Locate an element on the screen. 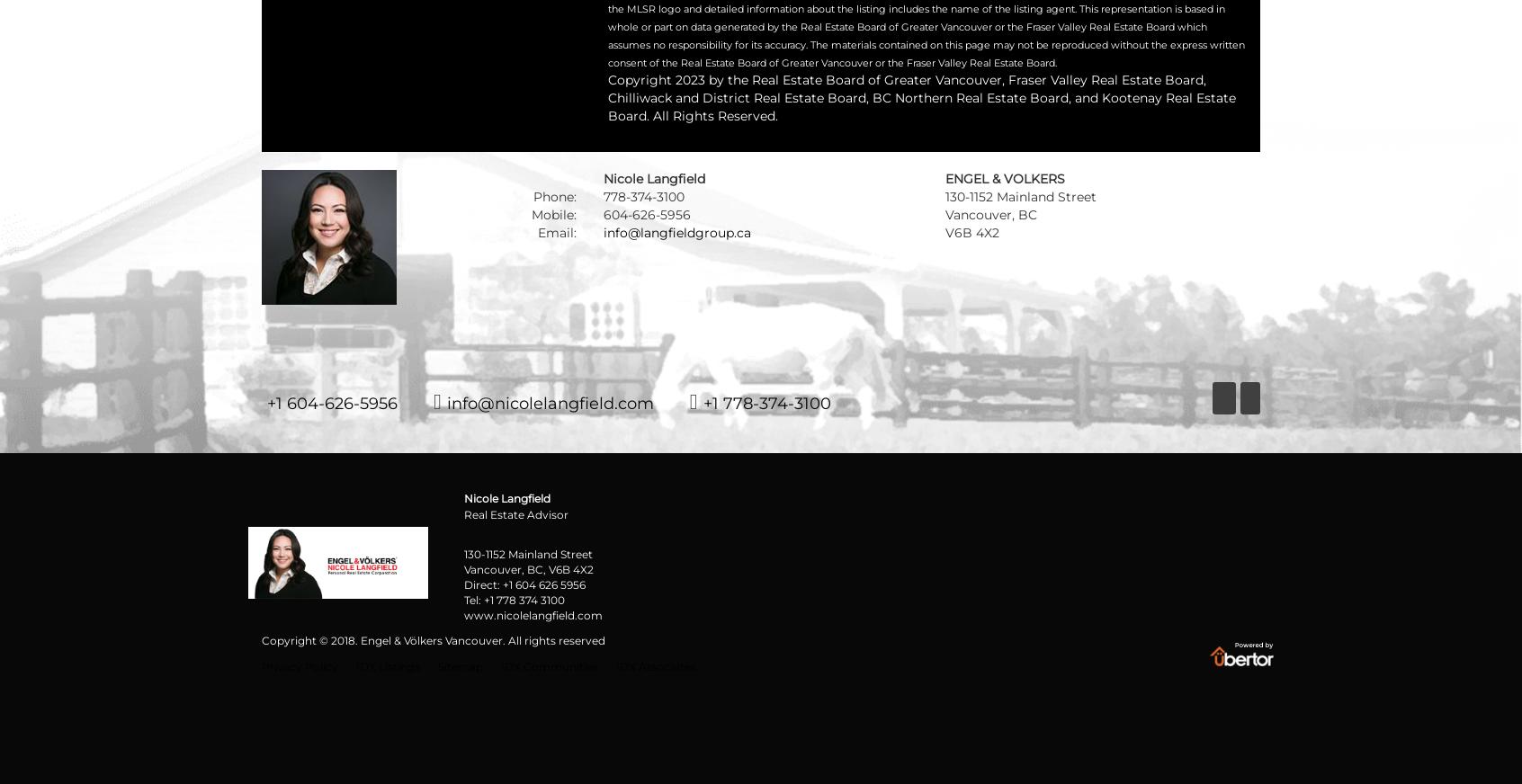  'IDX Associates' is located at coordinates (655, 664).